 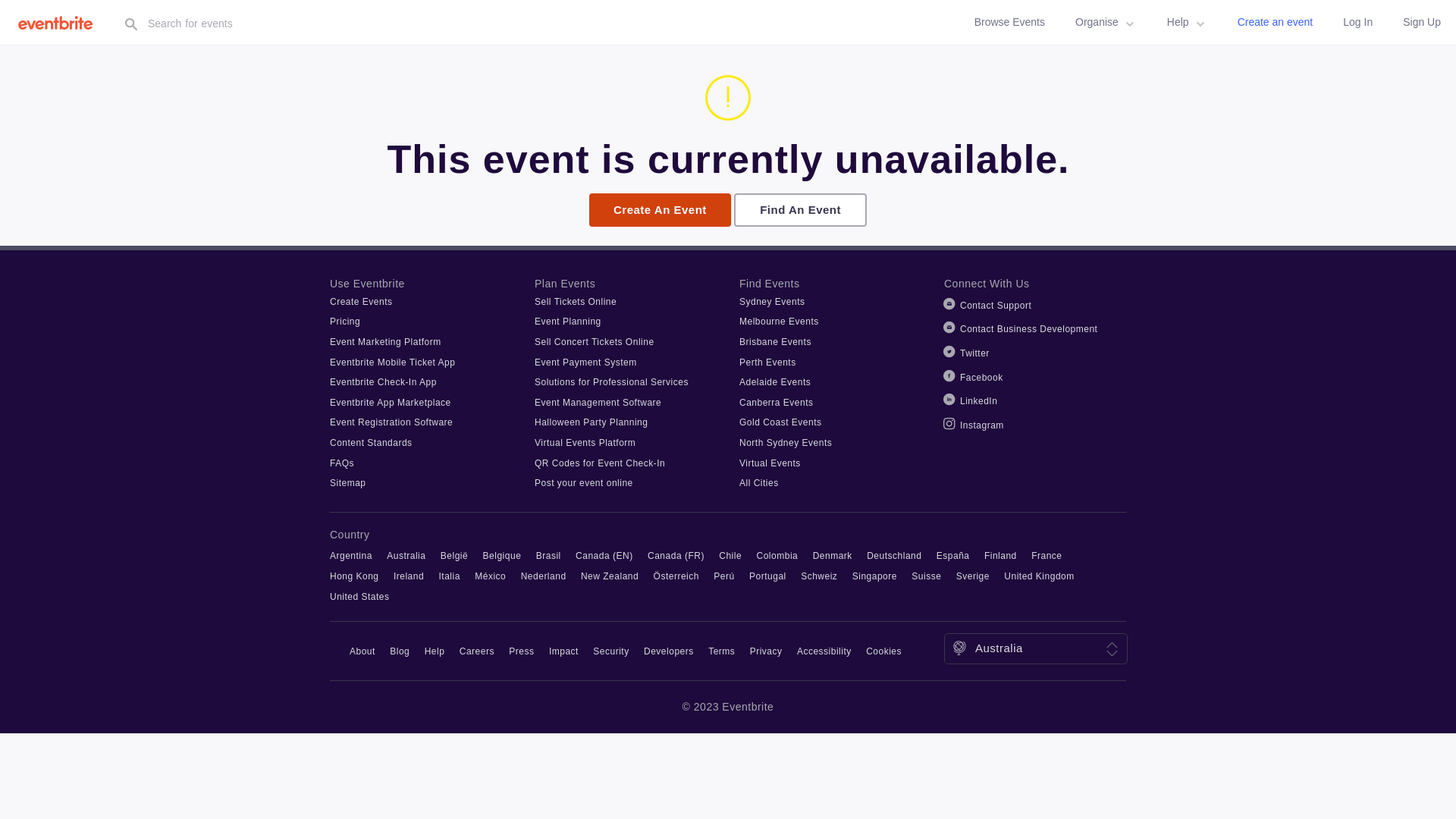 I want to click on 'Terms', so click(x=720, y=651).